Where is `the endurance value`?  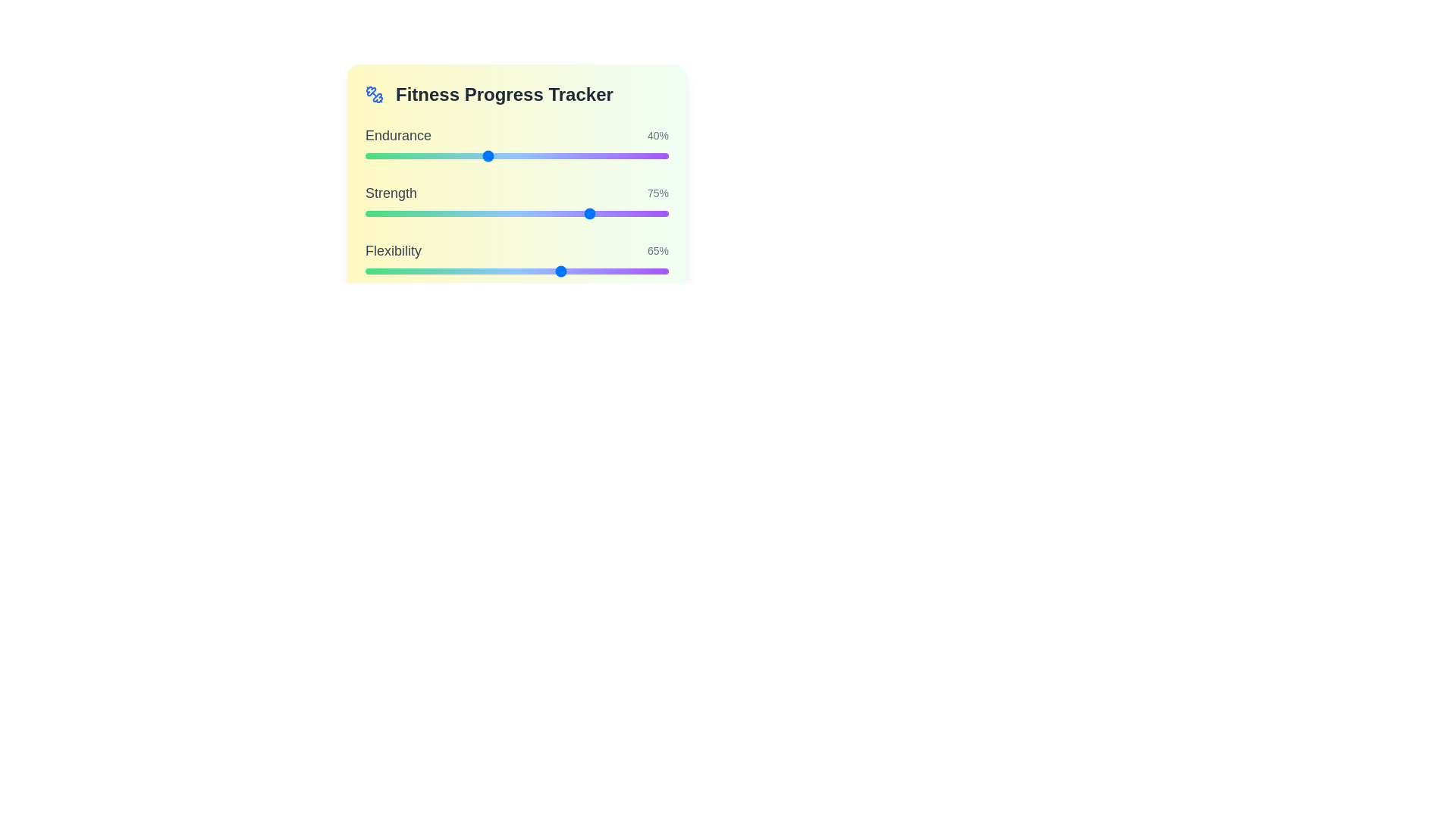 the endurance value is located at coordinates (440, 155).